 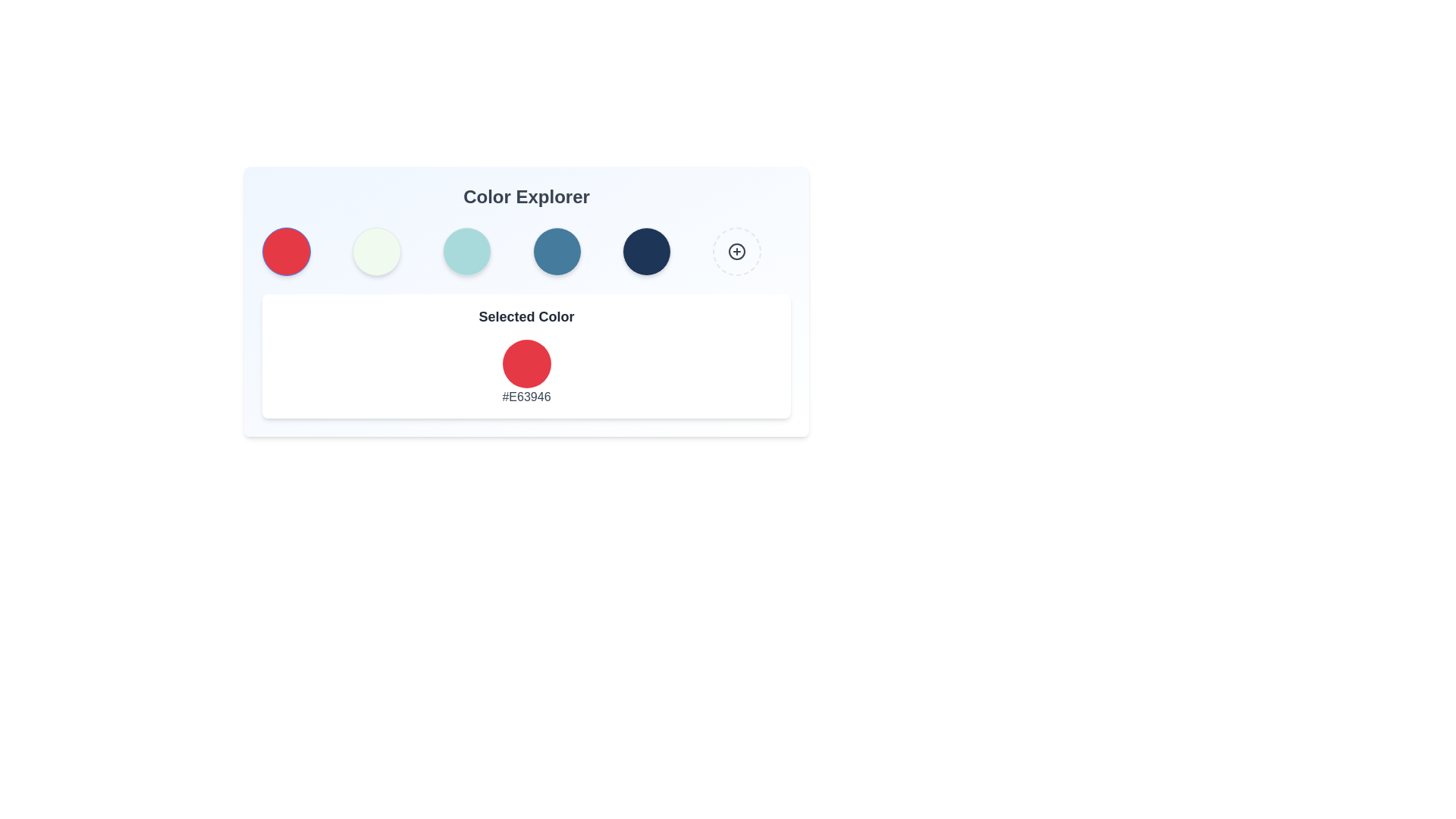 I want to click on the fifth selectable color circle in the grid layout, so click(x=647, y=250).